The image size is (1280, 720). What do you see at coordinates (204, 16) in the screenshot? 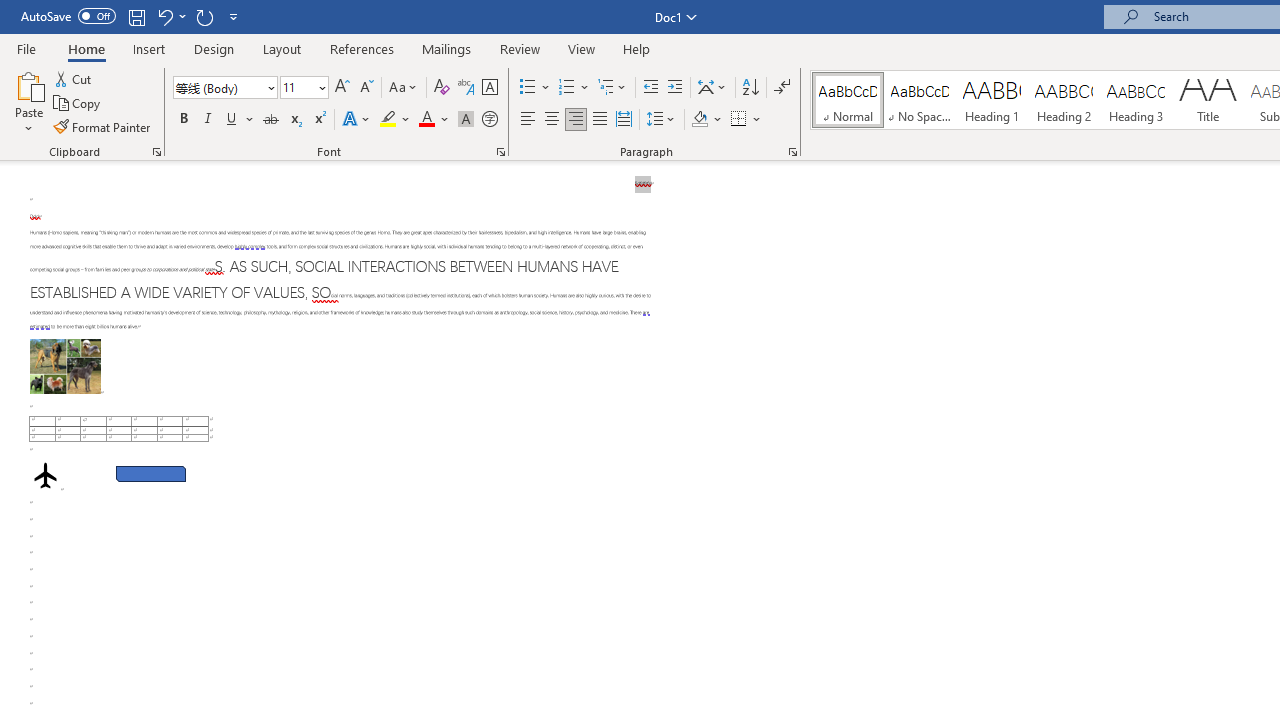
I see `'Repeat Paragraph Alignment'` at bounding box center [204, 16].